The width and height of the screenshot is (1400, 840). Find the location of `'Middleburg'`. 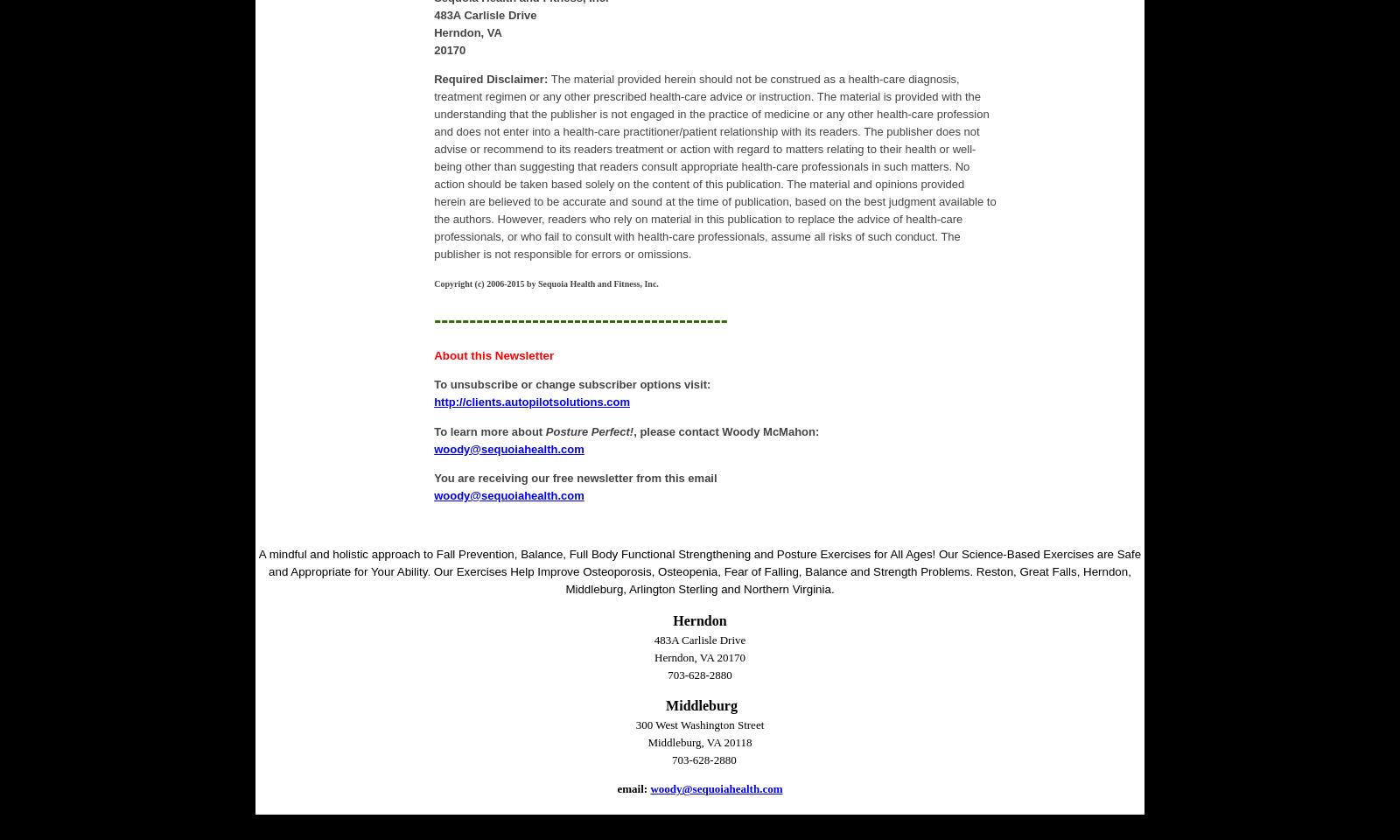

'Middleburg' is located at coordinates (700, 704).